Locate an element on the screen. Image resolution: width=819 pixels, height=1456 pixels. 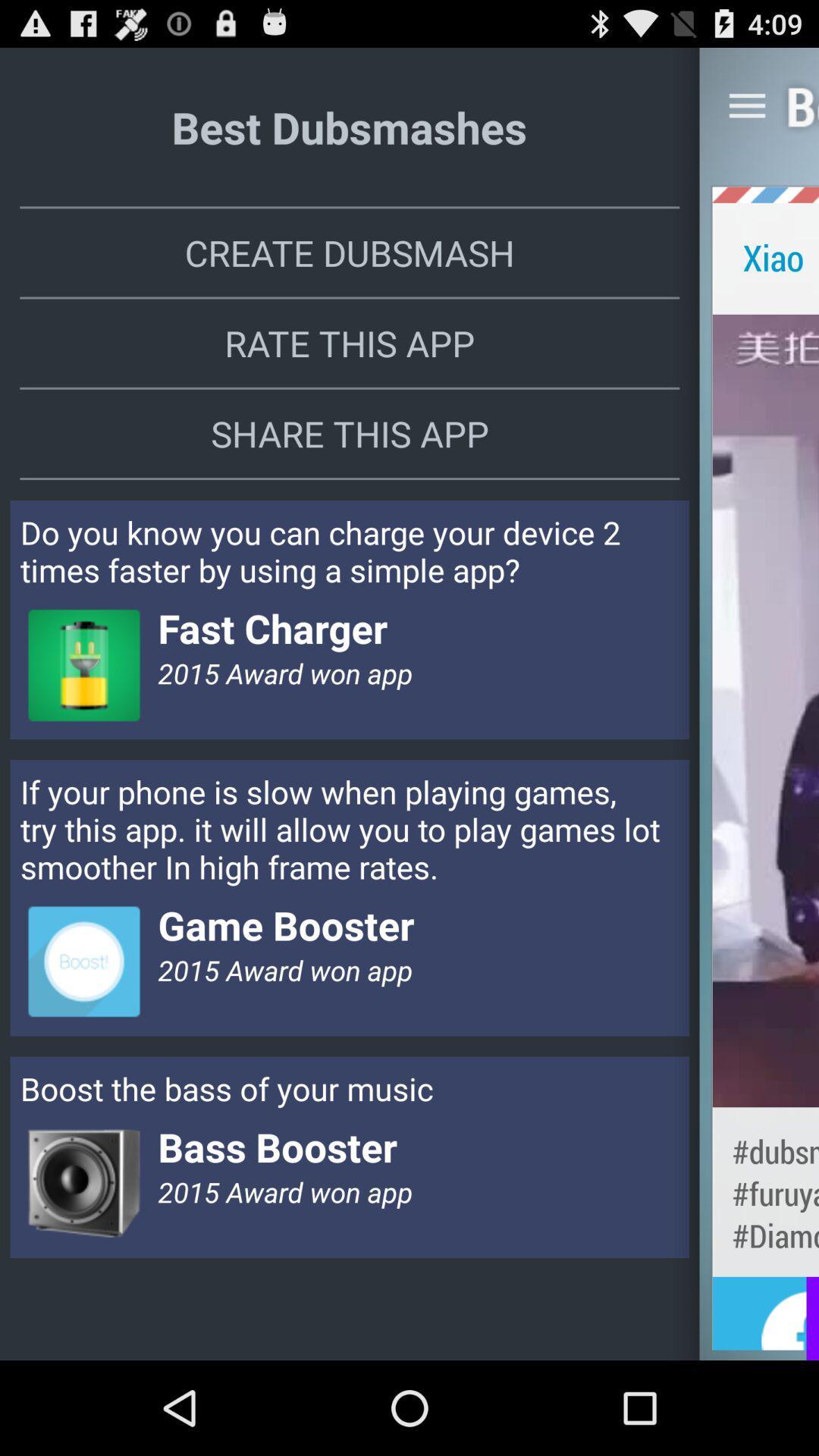
the app to the right of create dubsmash item is located at coordinates (765, 194).